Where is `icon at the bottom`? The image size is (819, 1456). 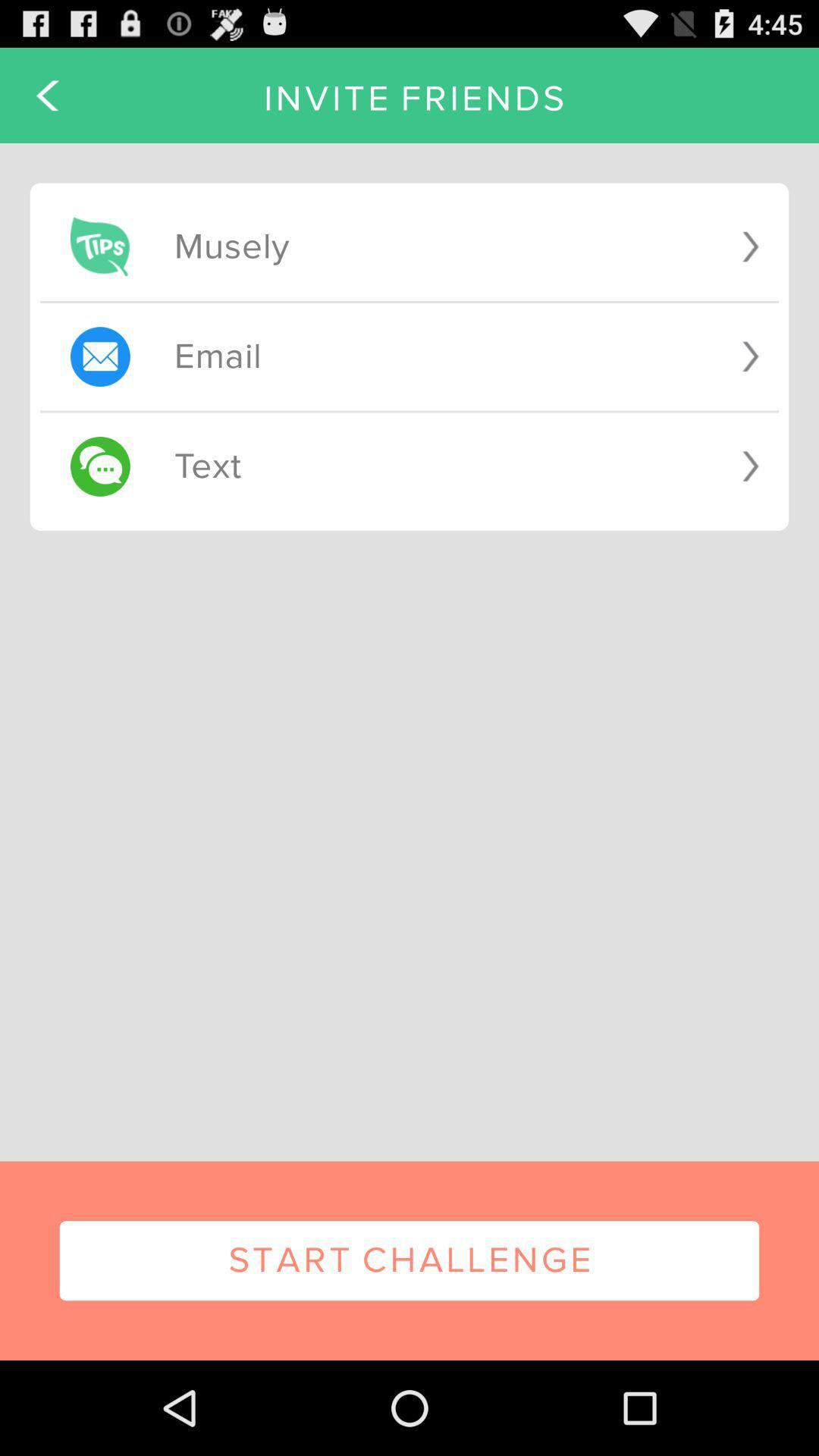 icon at the bottom is located at coordinates (409, 1260).